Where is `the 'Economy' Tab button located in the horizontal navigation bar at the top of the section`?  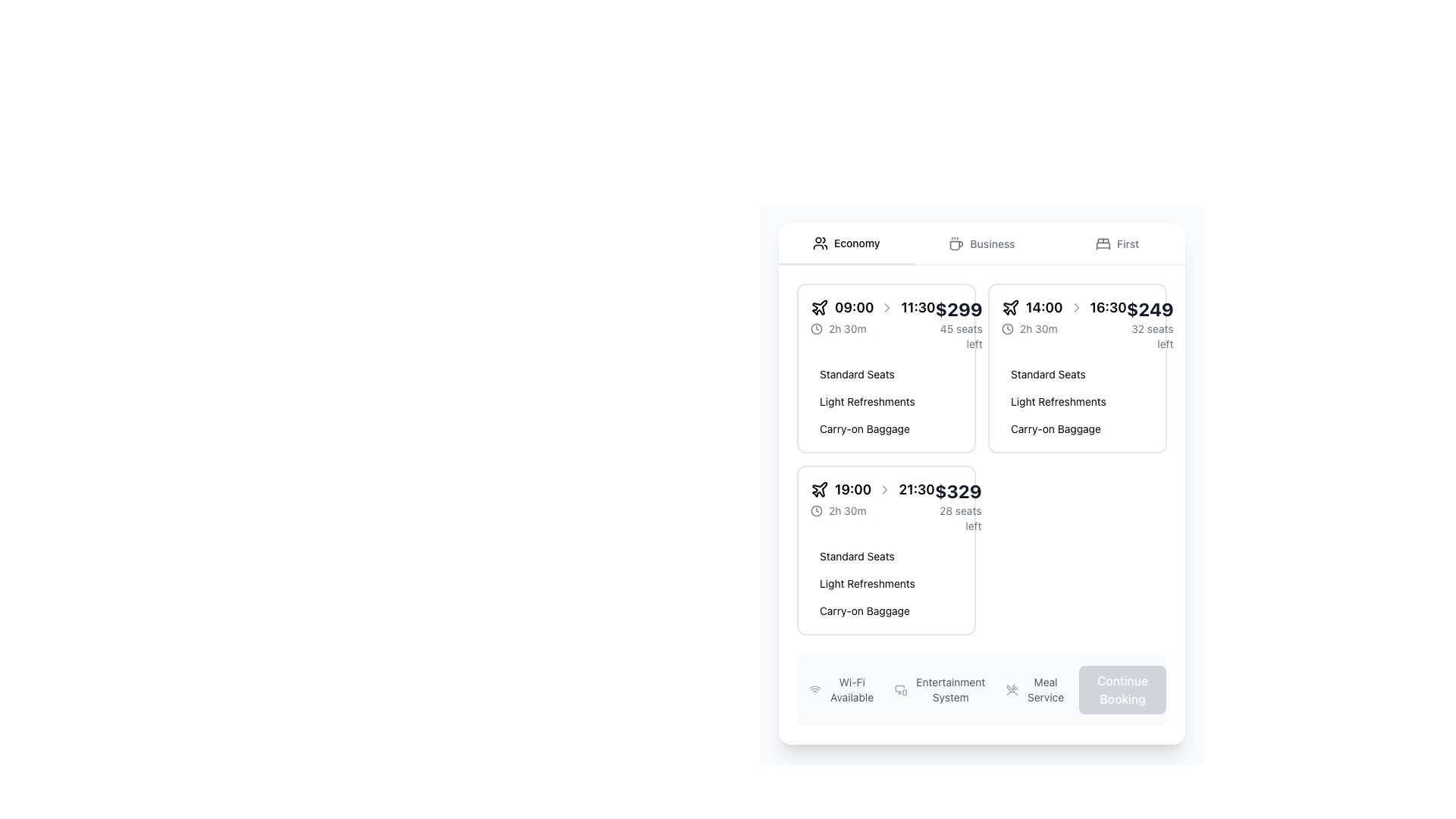
the 'Economy' Tab button located in the horizontal navigation bar at the top of the section is located at coordinates (846, 243).